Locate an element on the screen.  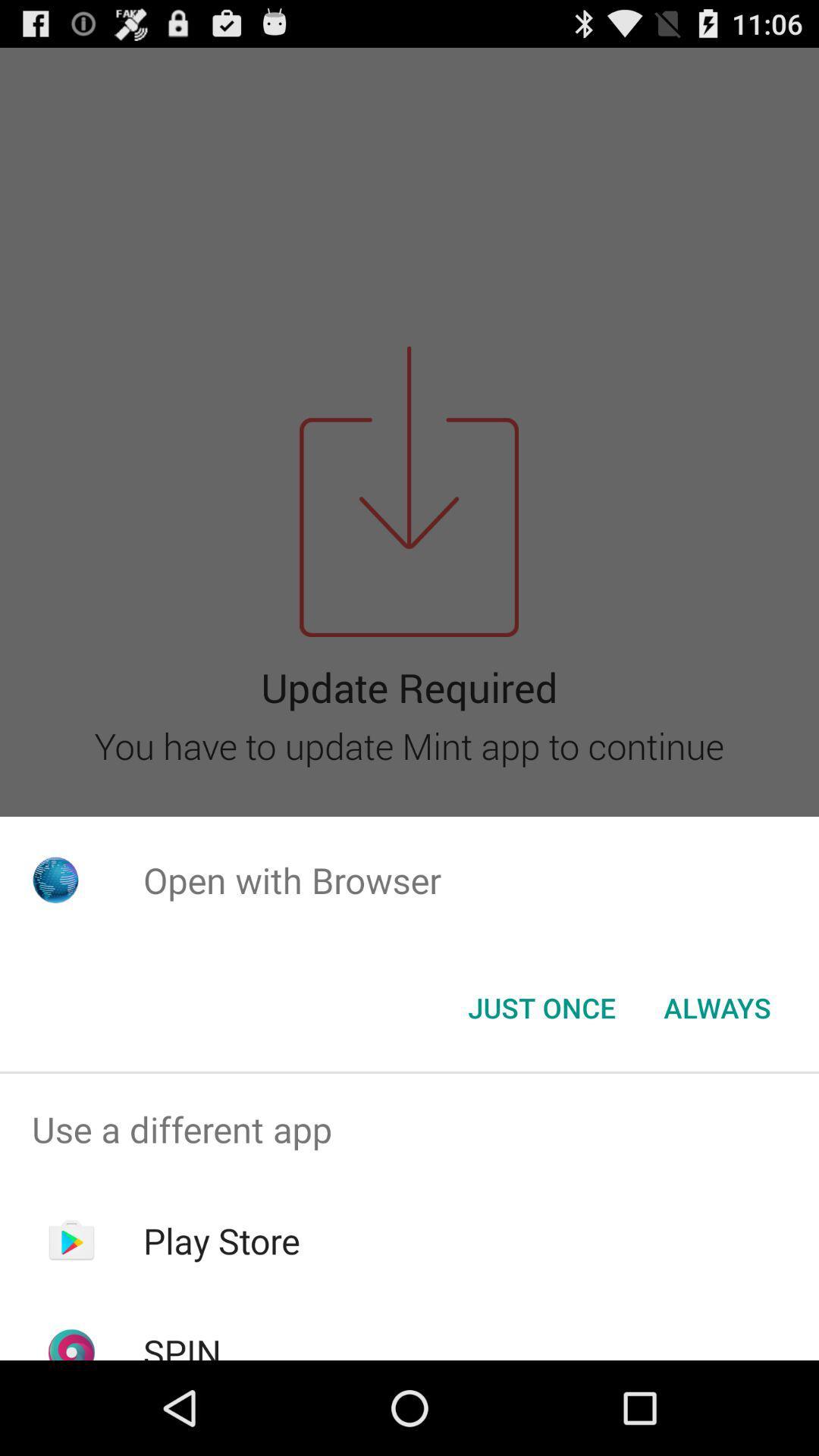
just once is located at coordinates (541, 1008).